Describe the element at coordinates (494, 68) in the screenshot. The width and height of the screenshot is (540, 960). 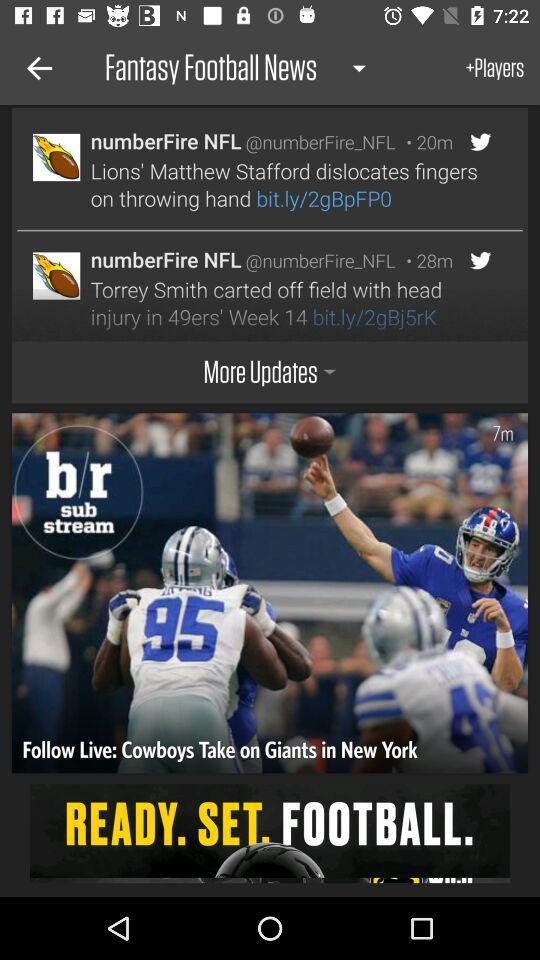
I see `icon to the right of the fantasy football news` at that location.